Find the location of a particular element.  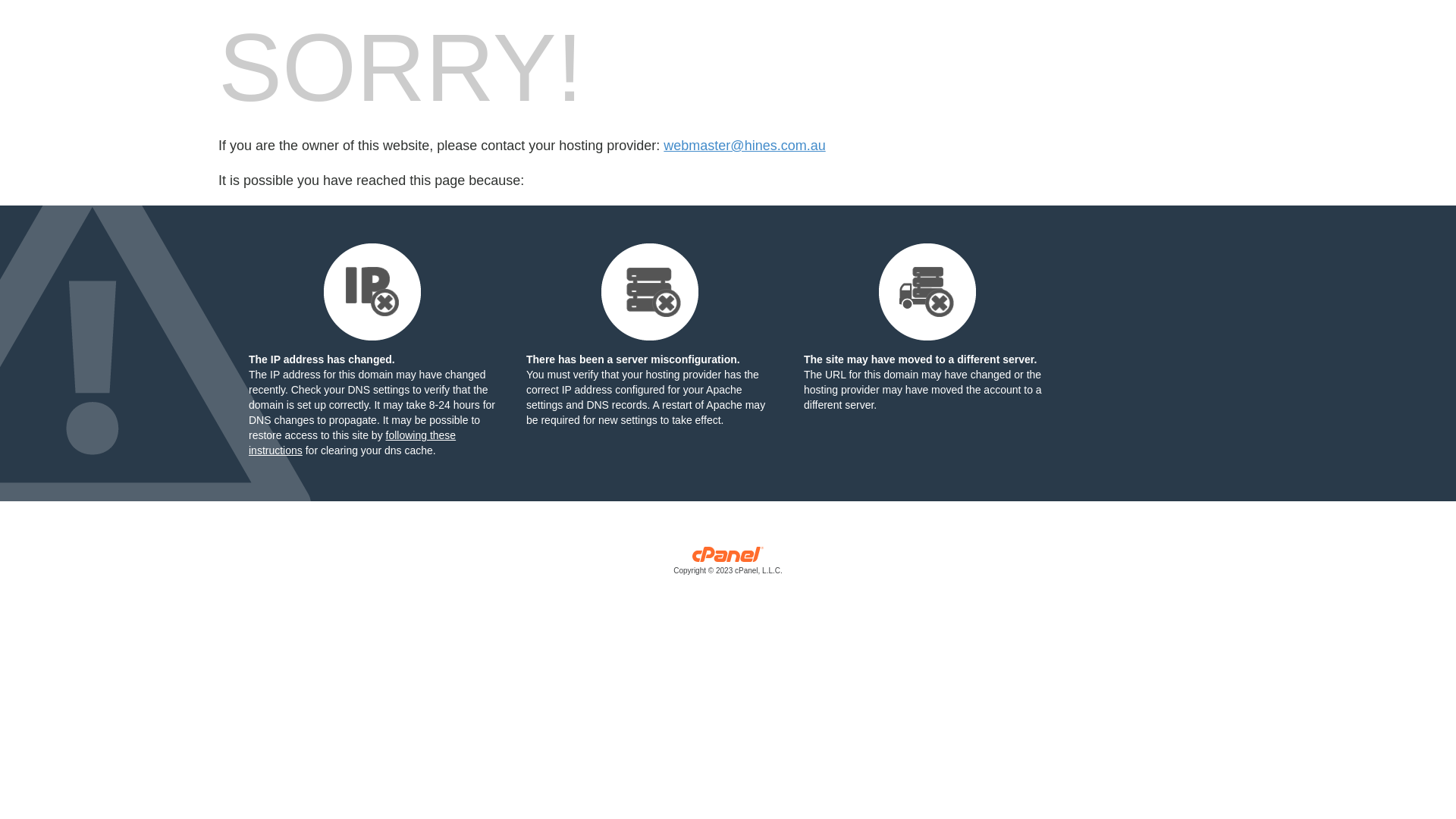

'following these instructions' is located at coordinates (351, 442).